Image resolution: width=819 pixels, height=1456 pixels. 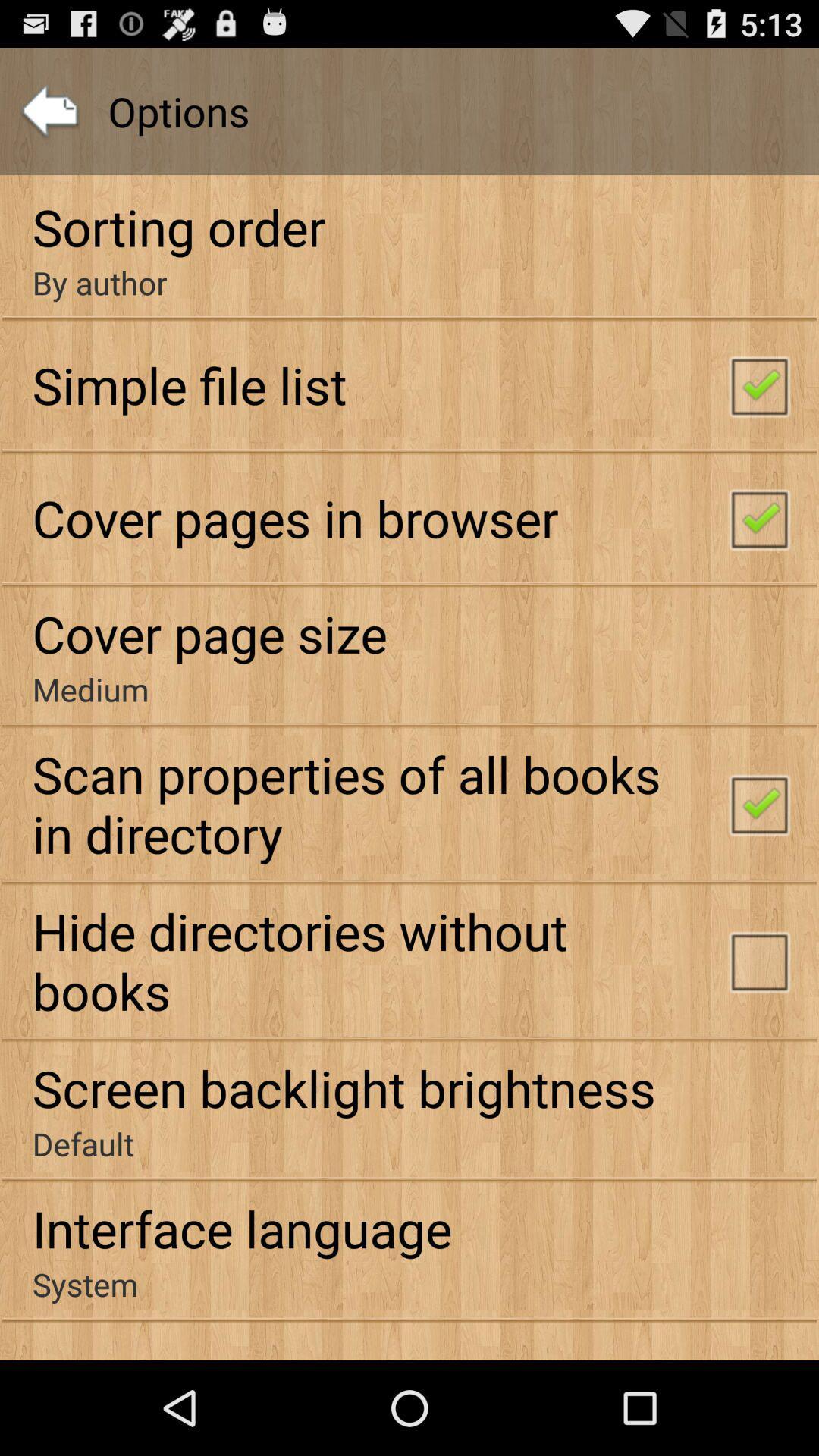 What do you see at coordinates (49, 118) in the screenshot?
I see `the arrow_backward icon` at bounding box center [49, 118].